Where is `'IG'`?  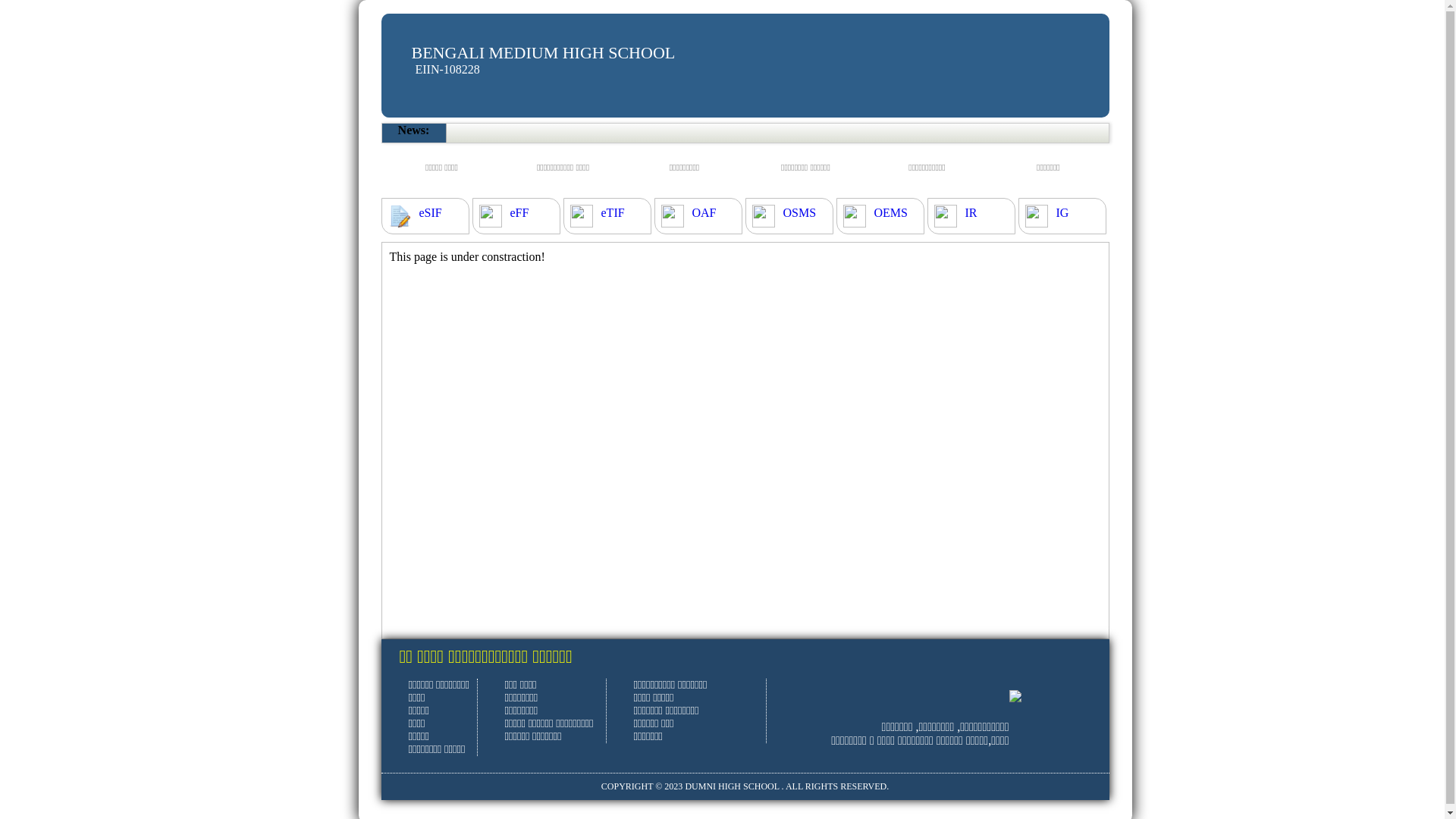
'IG' is located at coordinates (1061, 213).